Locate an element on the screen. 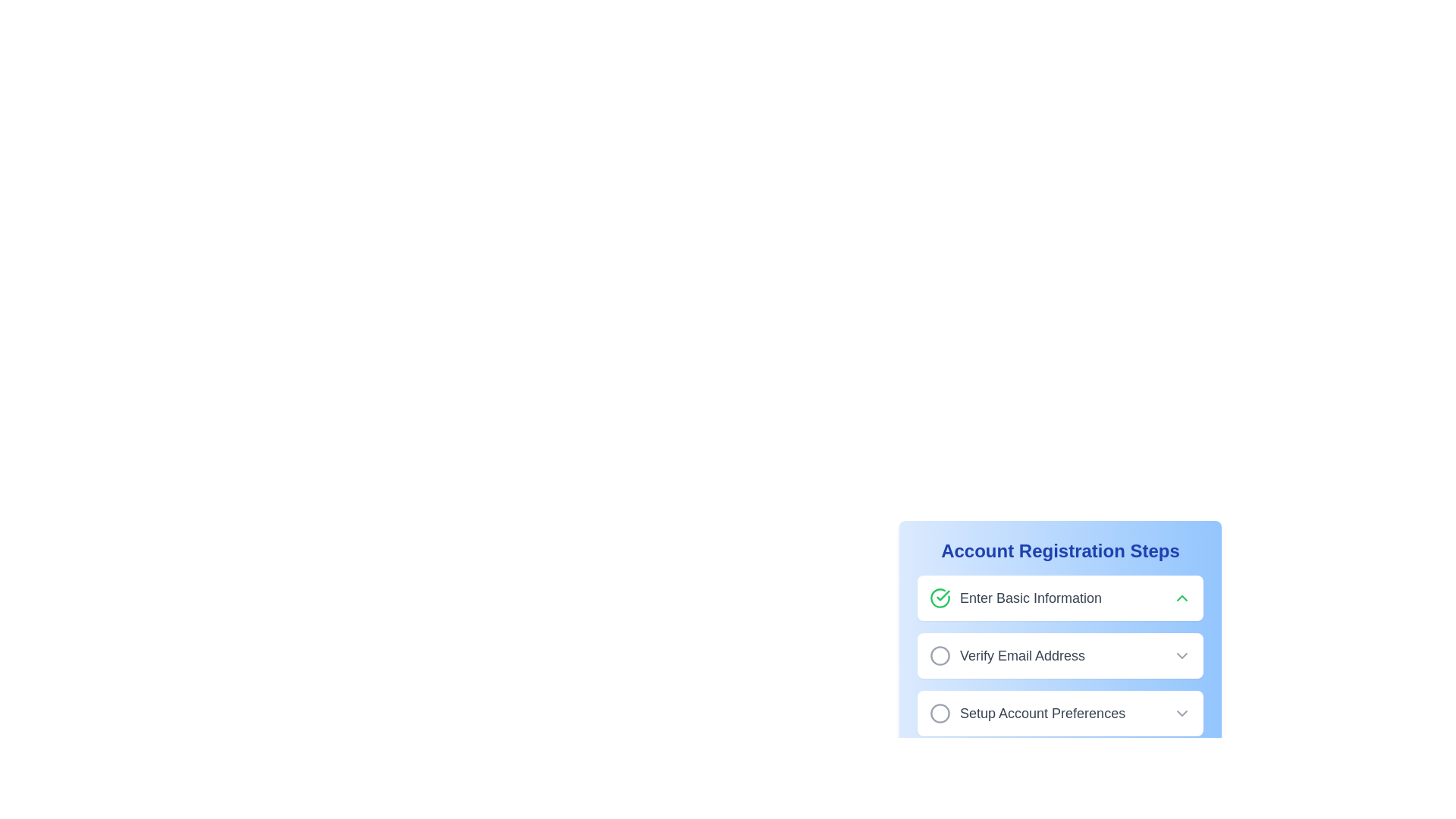  the small upward-pointing green chevron icon located to the right of the 'Enter Basic Information' text is located at coordinates (1181, 598).